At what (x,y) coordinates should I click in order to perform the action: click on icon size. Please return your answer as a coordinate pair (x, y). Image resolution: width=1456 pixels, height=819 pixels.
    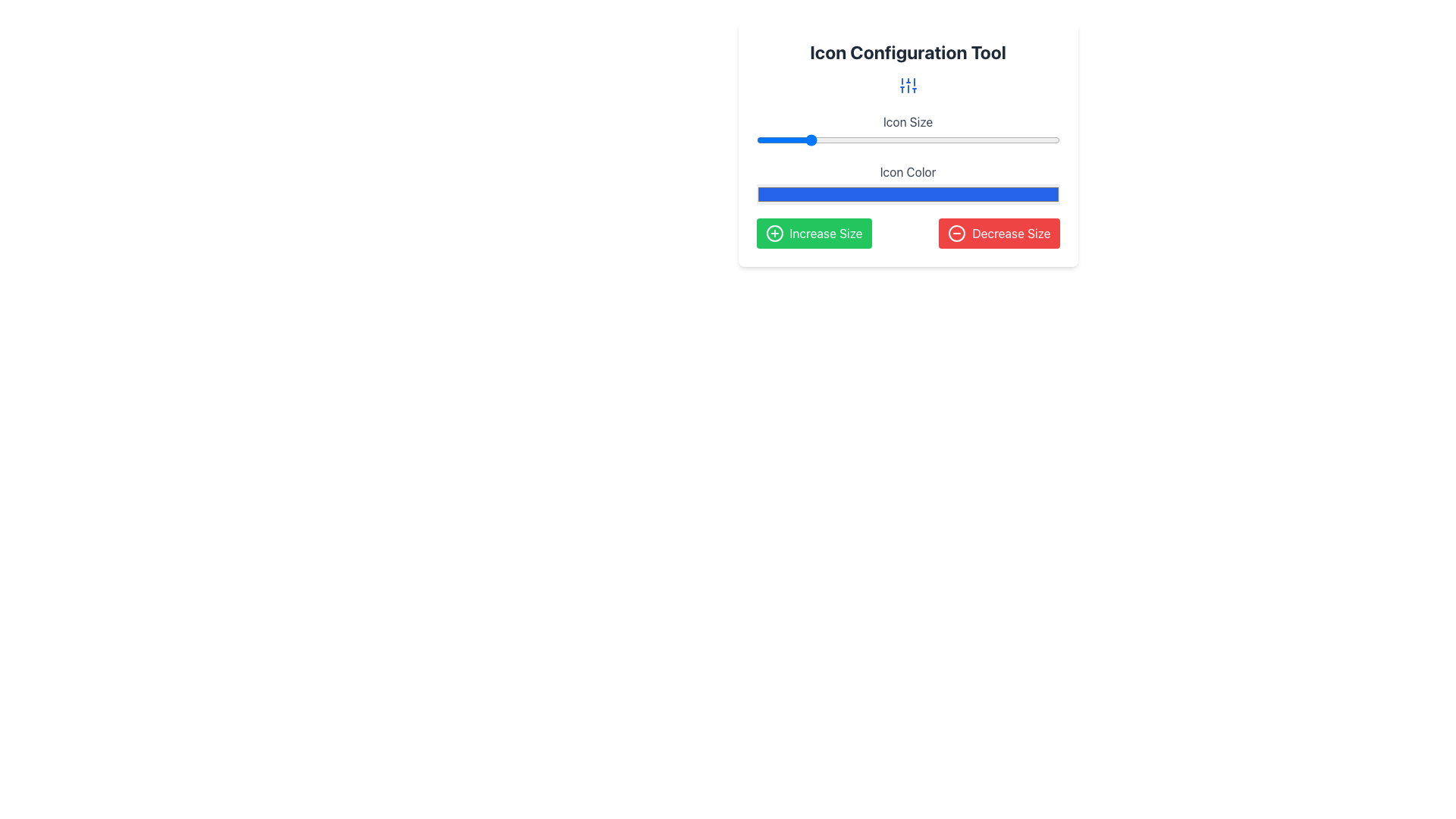
    Looking at the image, I should click on (1015, 140).